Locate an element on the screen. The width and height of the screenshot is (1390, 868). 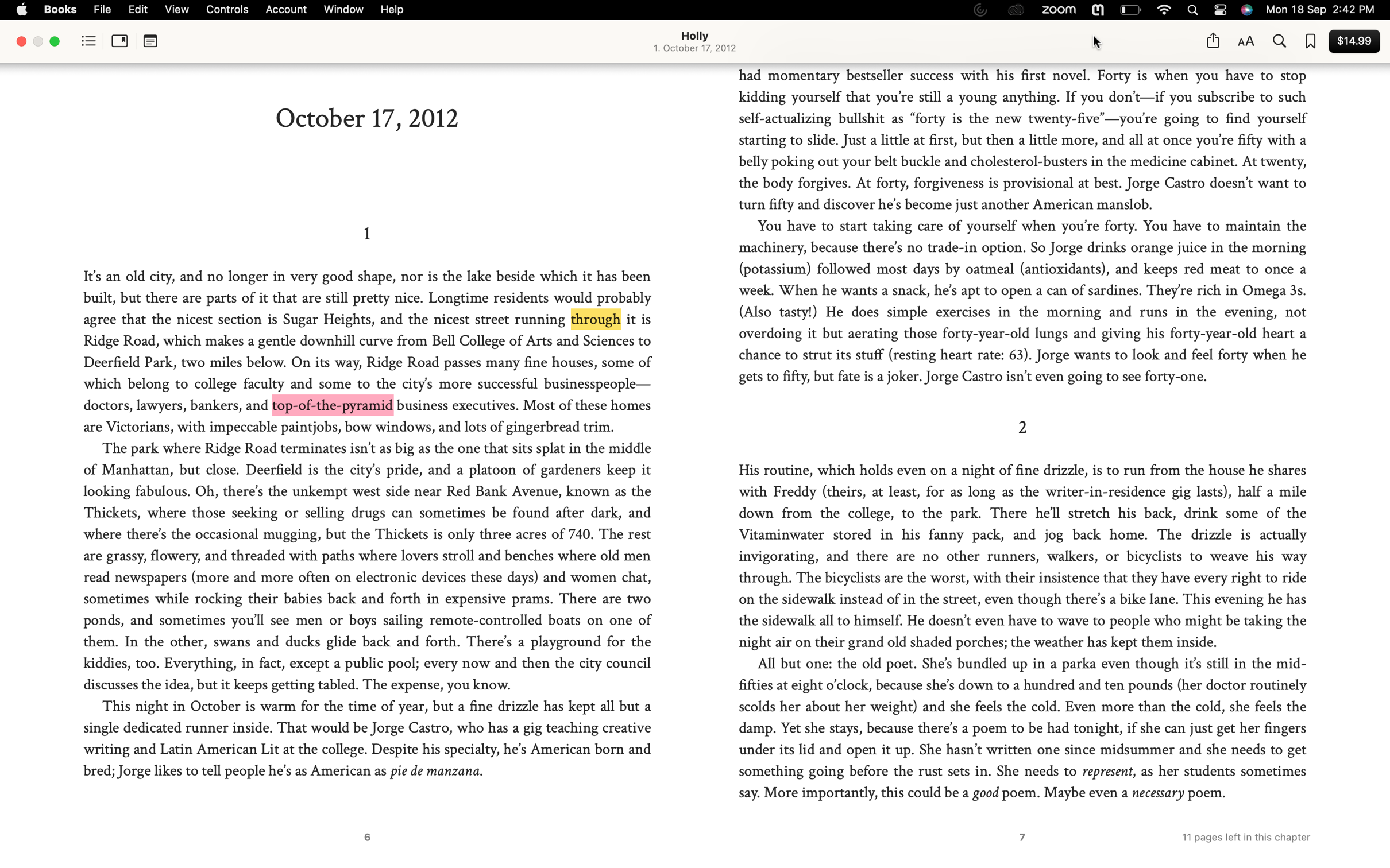
Direct the pointer to "see_notes" on the display is located at coordinates (511520, 85932).